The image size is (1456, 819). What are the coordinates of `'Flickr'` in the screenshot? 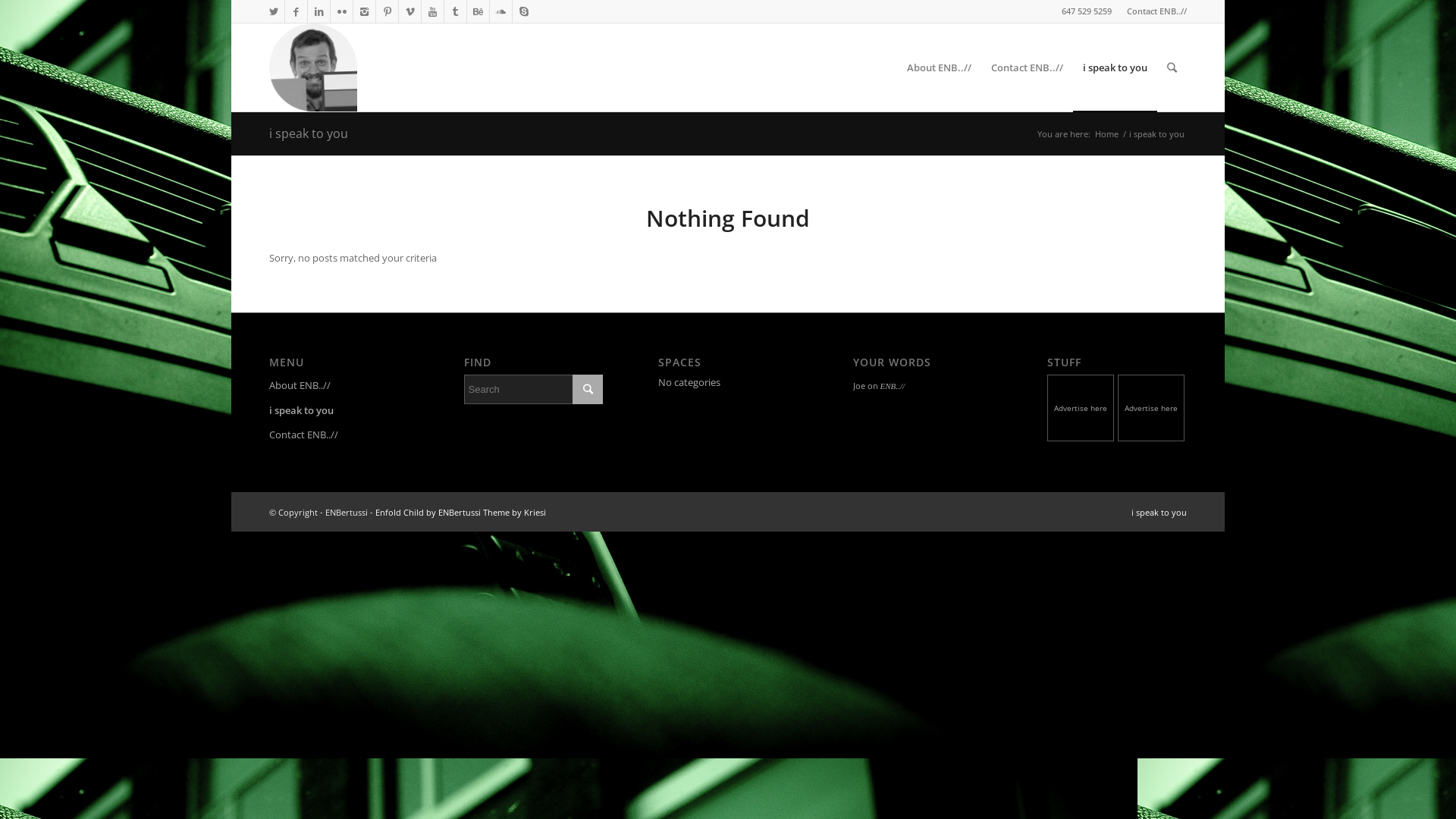 It's located at (340, 11).